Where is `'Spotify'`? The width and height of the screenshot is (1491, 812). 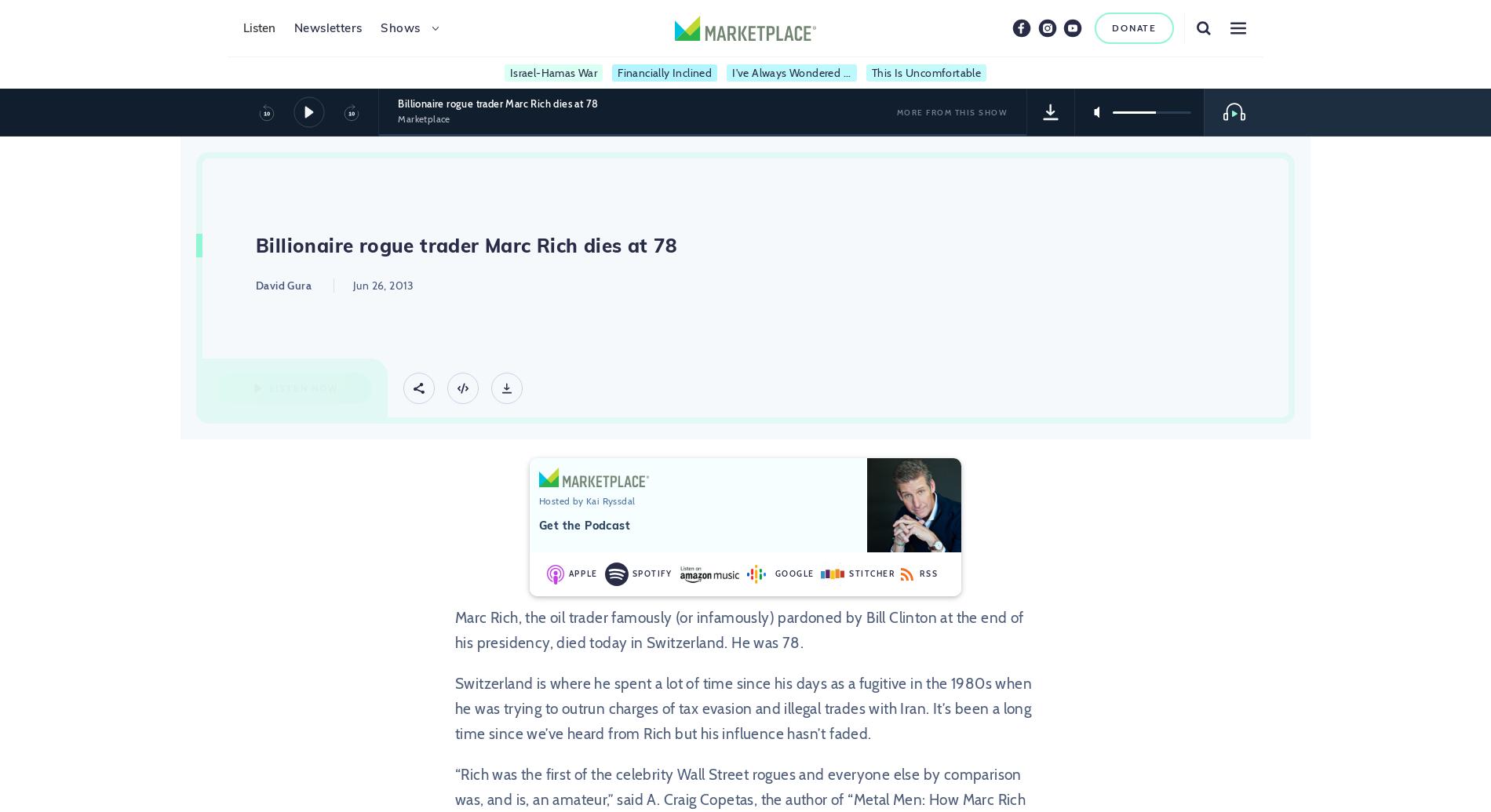
'Spotify' is located at coordinates (631, 573).